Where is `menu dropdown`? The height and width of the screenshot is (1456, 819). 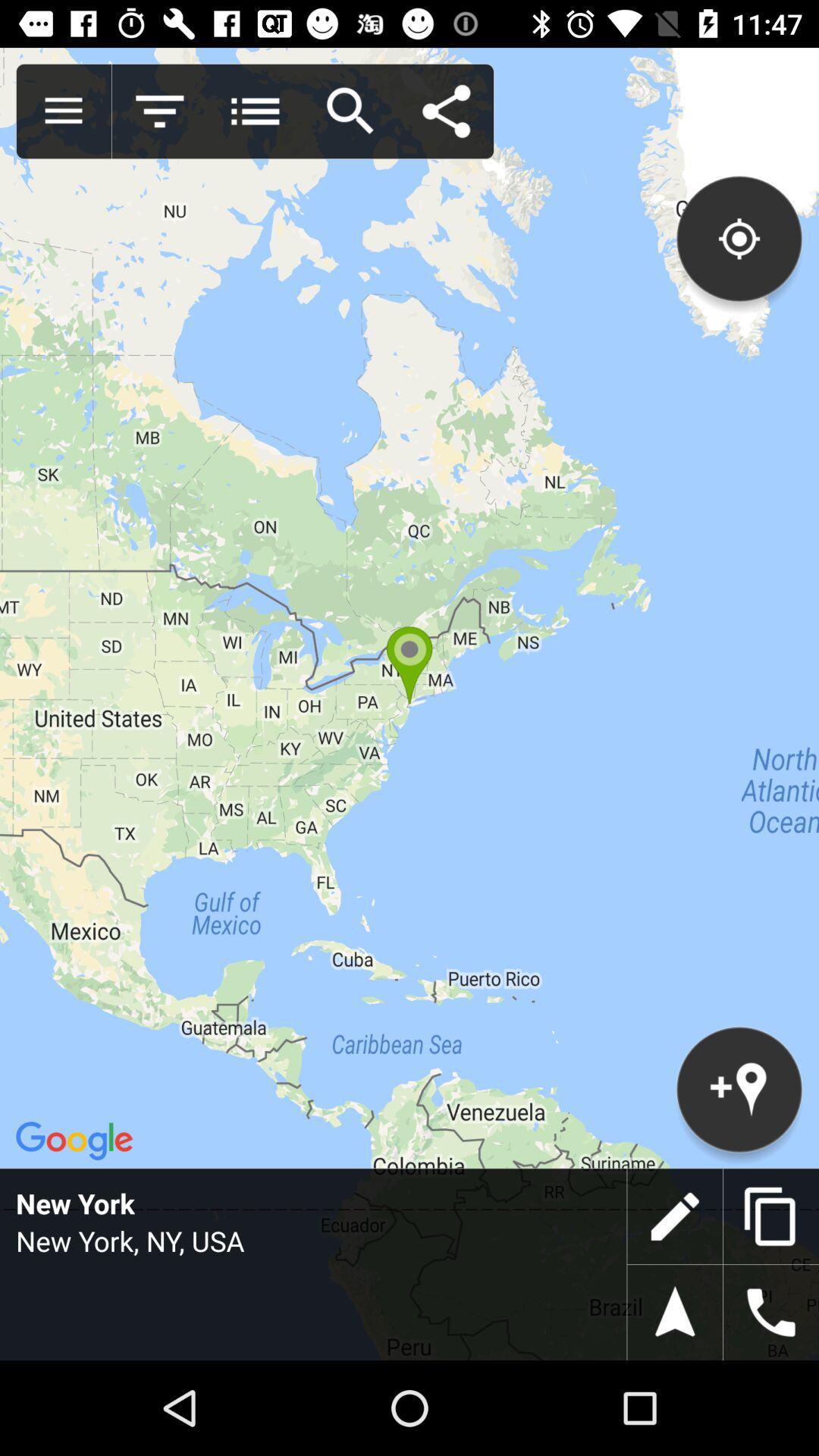
menu dropdown is located at coordinates (254, 111).